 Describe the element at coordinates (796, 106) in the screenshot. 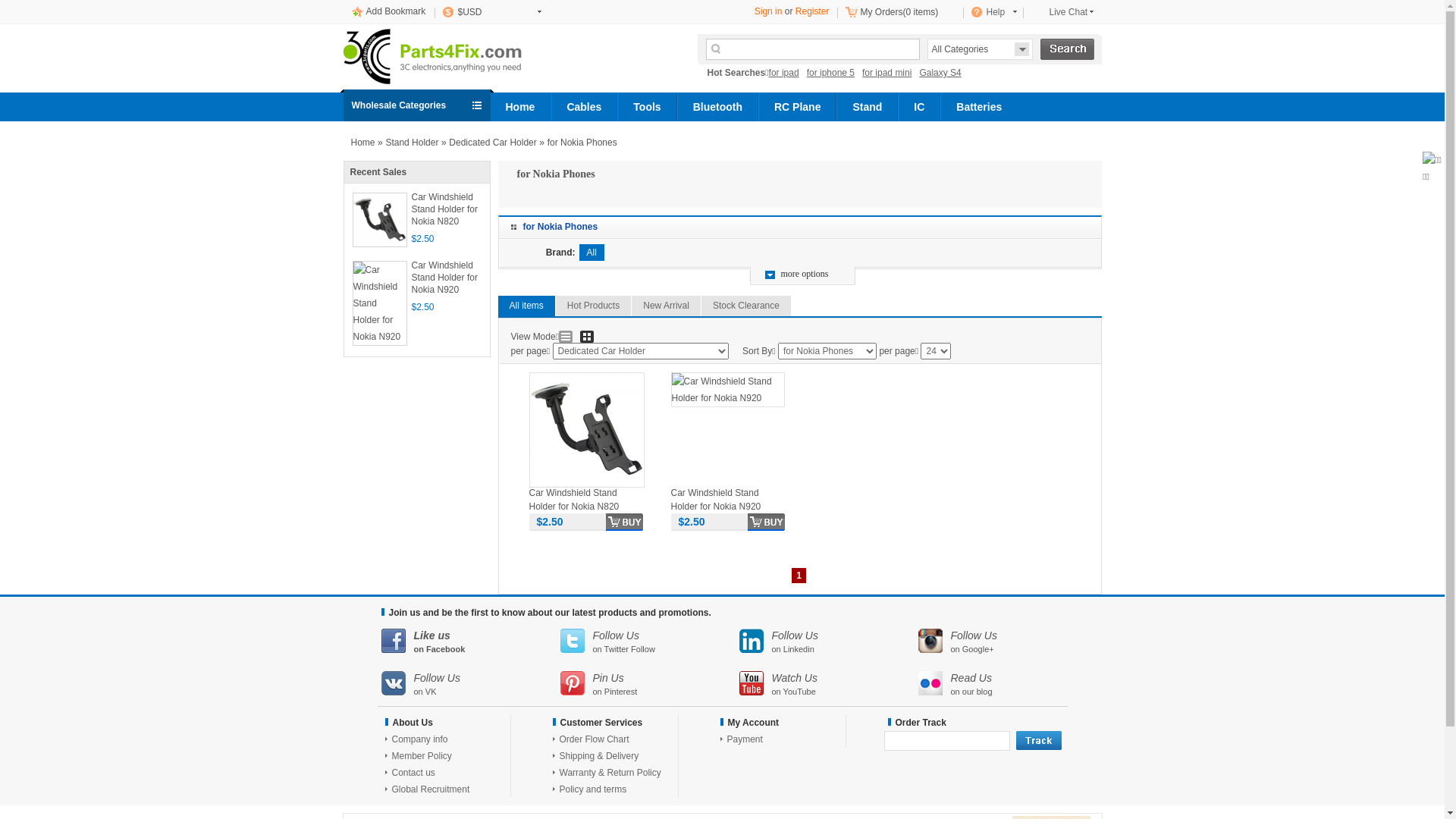

I see `'RC Plane'` at that location.